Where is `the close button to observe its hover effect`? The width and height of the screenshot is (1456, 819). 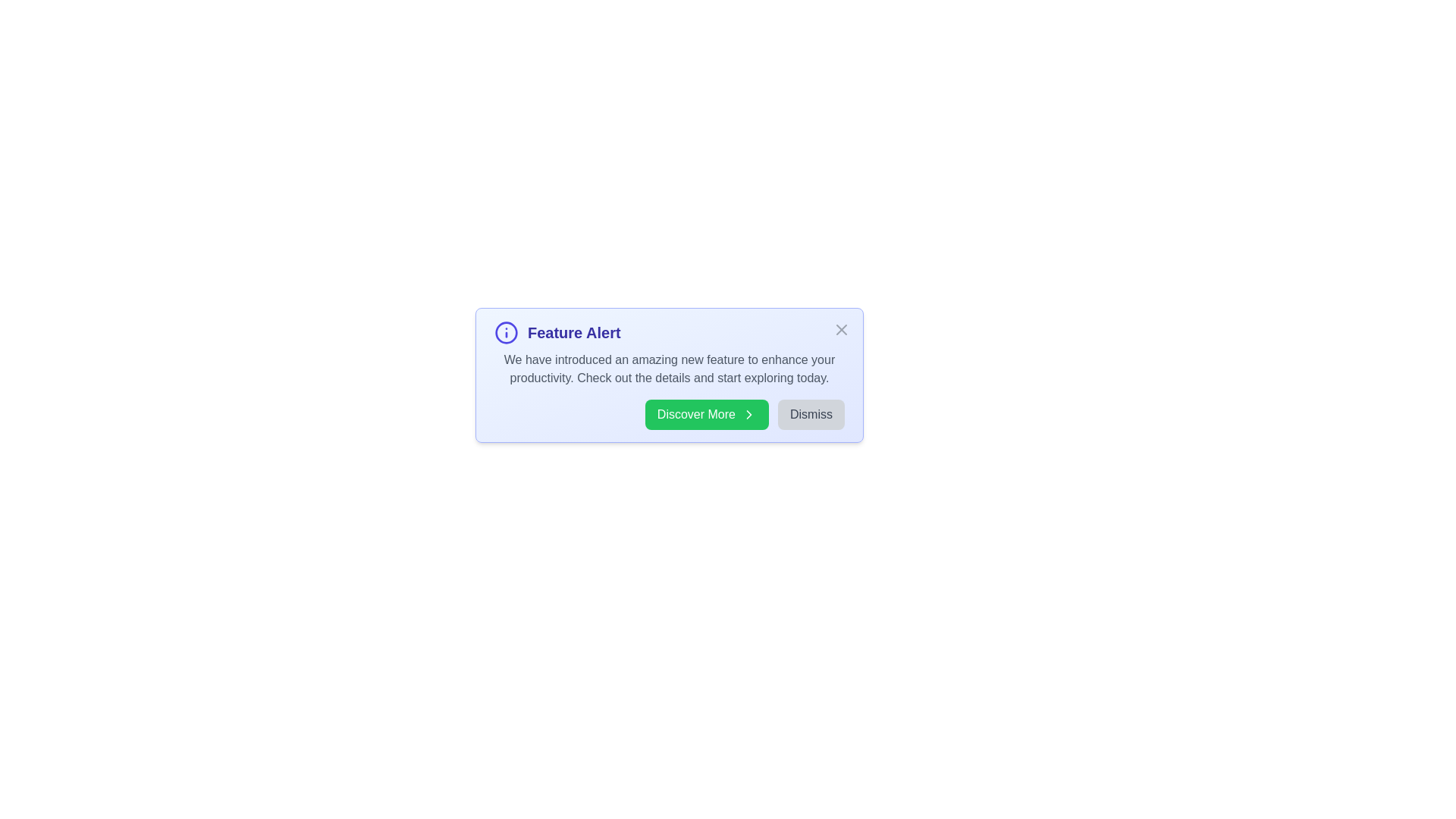 the close button to observe its hover effect is located at coordinates (840, 329).